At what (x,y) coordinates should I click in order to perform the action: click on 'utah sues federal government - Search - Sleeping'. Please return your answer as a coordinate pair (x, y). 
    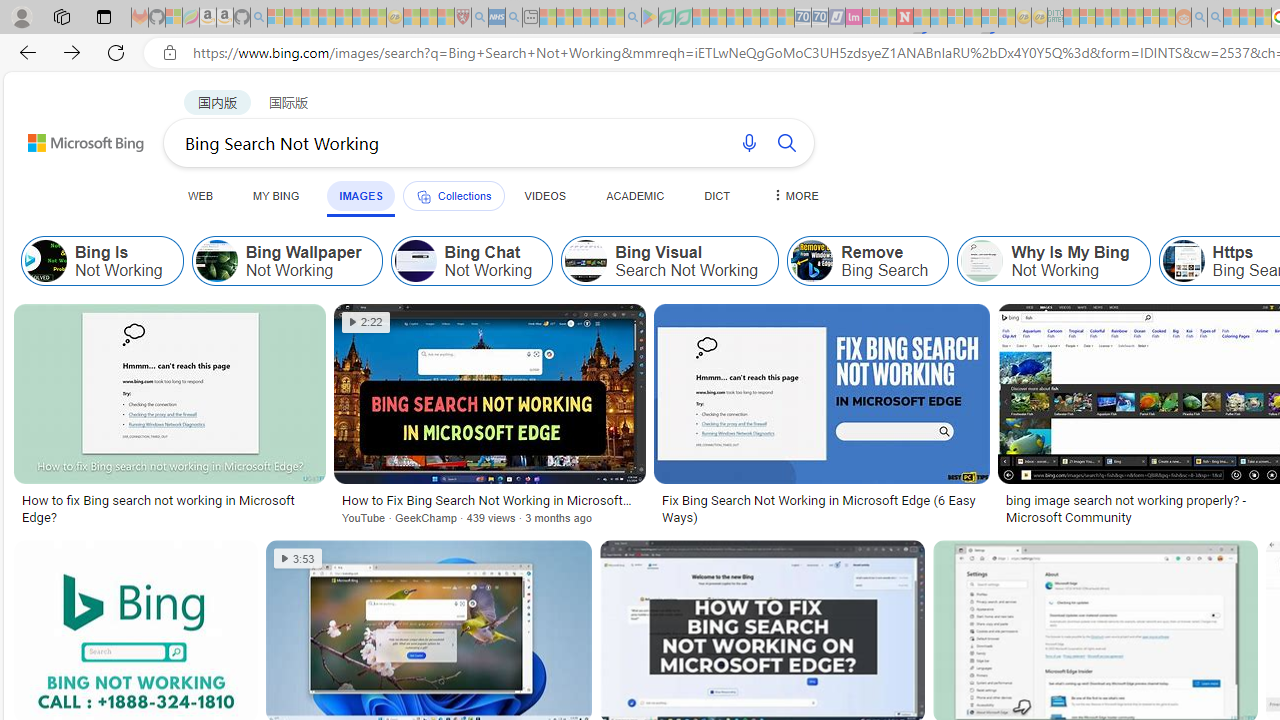
    Looking at the image, I should click on (513, 17).